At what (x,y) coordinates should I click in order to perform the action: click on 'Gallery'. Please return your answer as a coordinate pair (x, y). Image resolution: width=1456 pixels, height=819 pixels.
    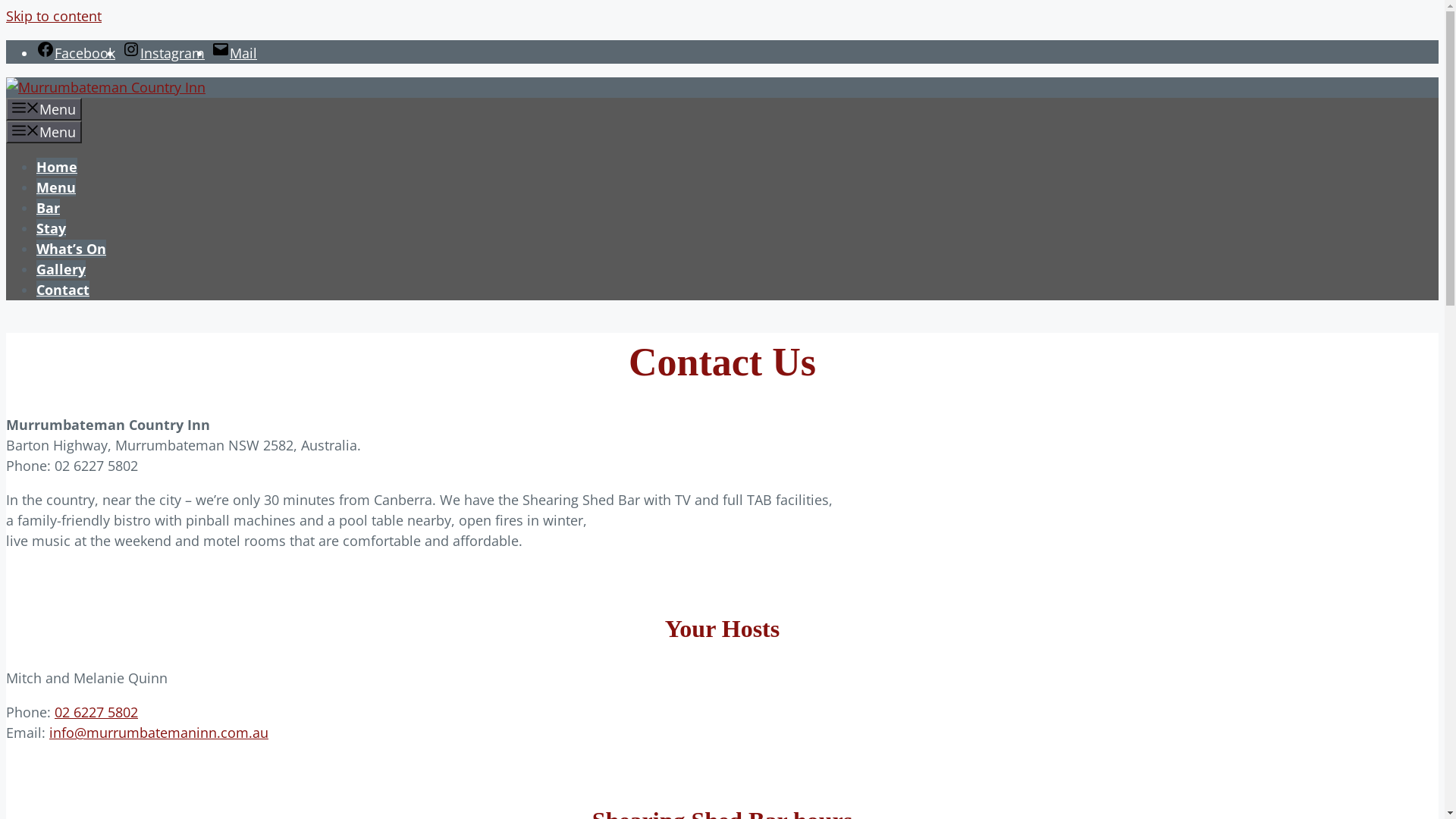
    Looking at the image, I should click on (61, 268).